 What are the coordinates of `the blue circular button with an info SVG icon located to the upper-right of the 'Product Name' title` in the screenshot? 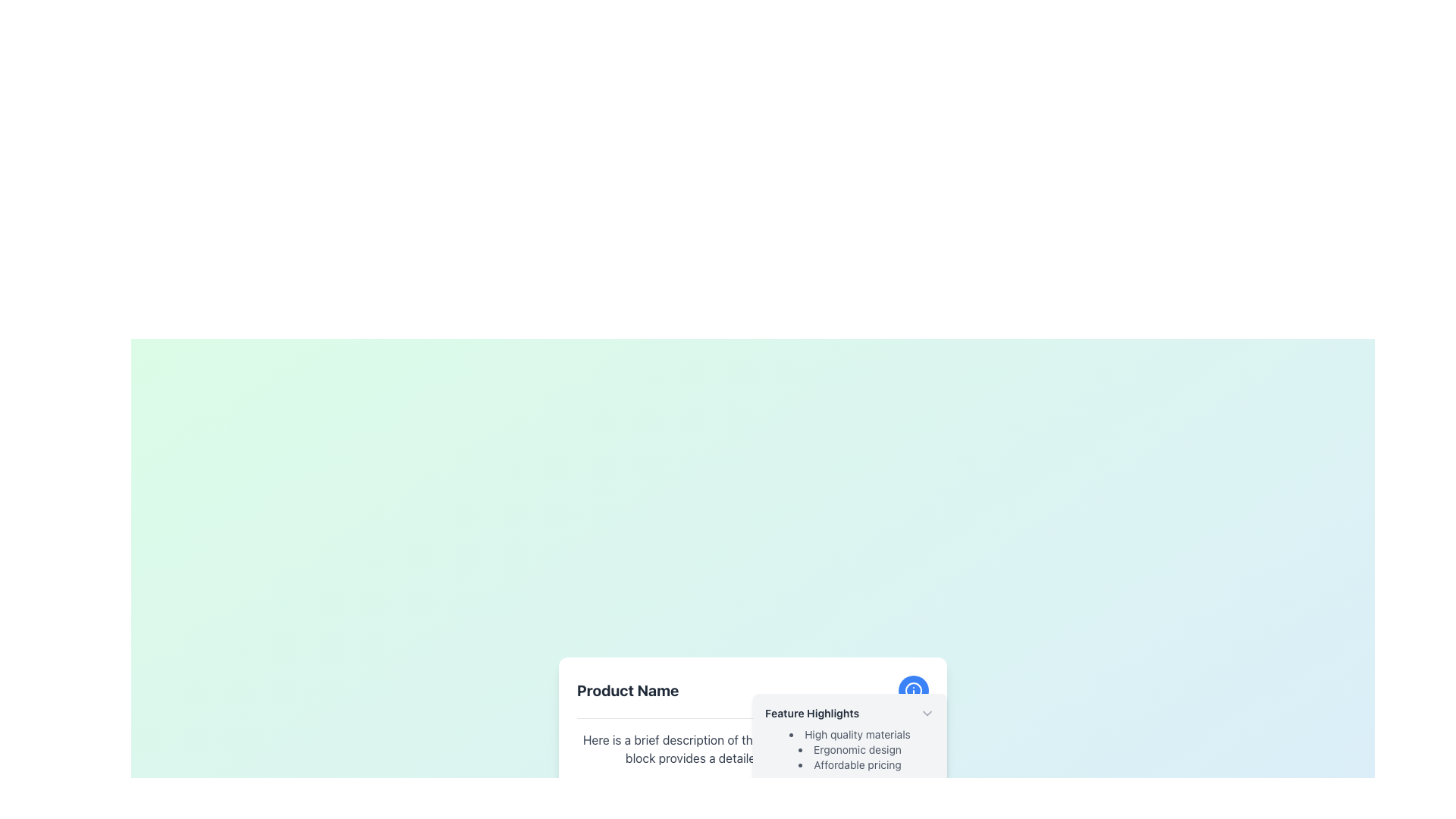 It's located at (912, 690).